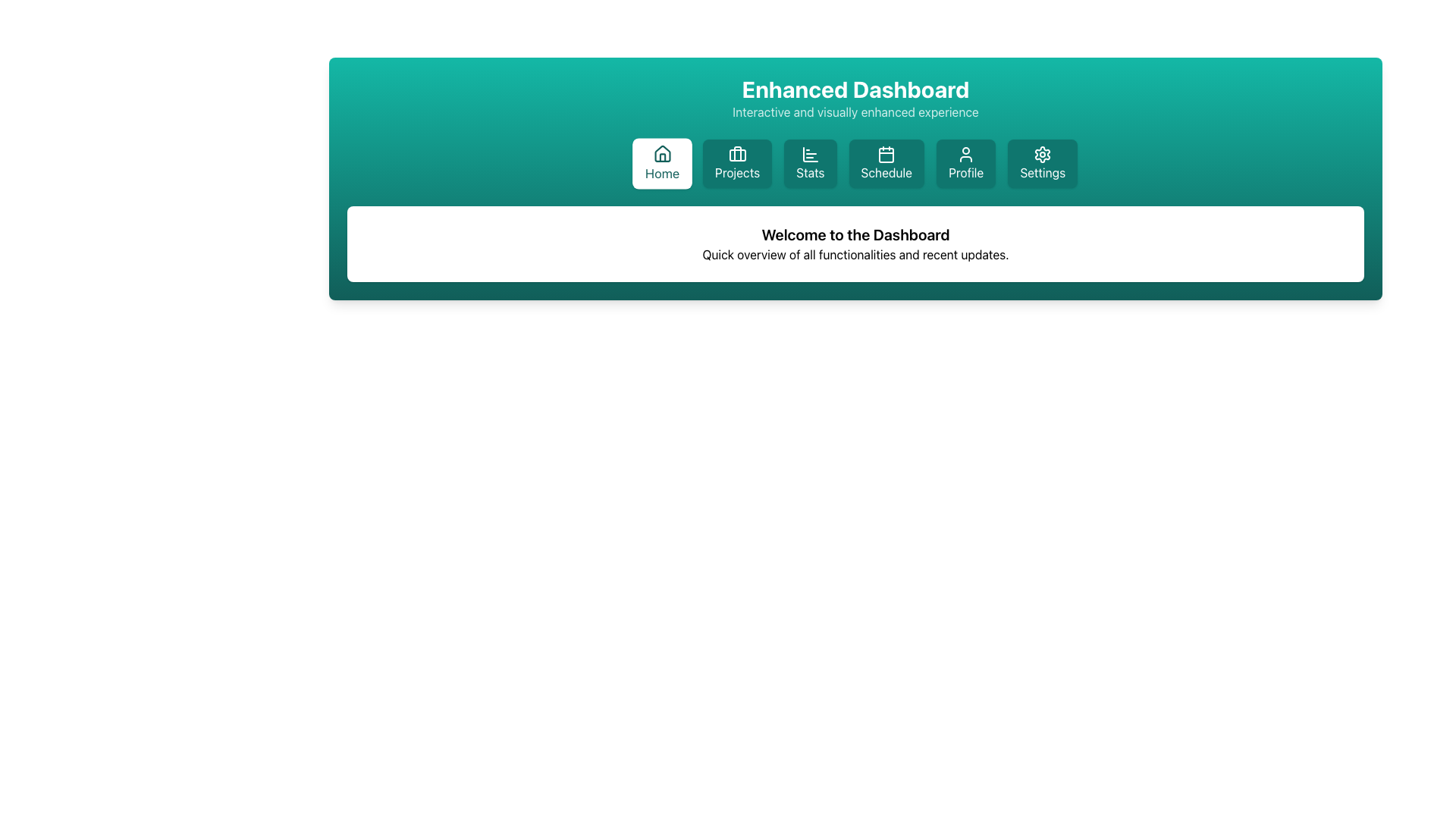  What do you see at coordinates (737, 155) in the screenshot?
I see `the 'Projects' button, which contains the SVG graphical component representing projects` at bounding box center [737, 155].